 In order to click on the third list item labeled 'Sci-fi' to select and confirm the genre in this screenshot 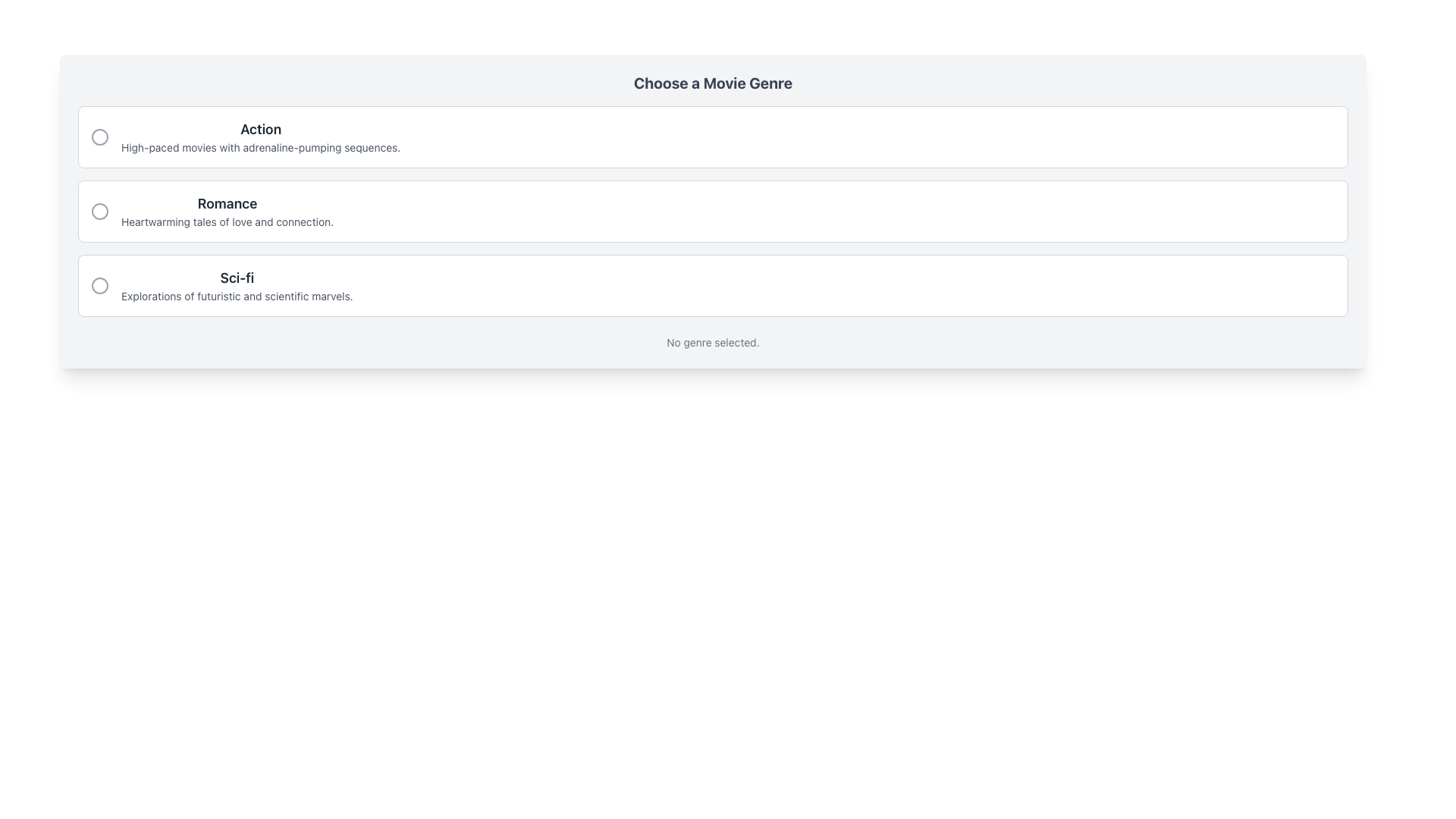, I will do `click(236, 286)`.